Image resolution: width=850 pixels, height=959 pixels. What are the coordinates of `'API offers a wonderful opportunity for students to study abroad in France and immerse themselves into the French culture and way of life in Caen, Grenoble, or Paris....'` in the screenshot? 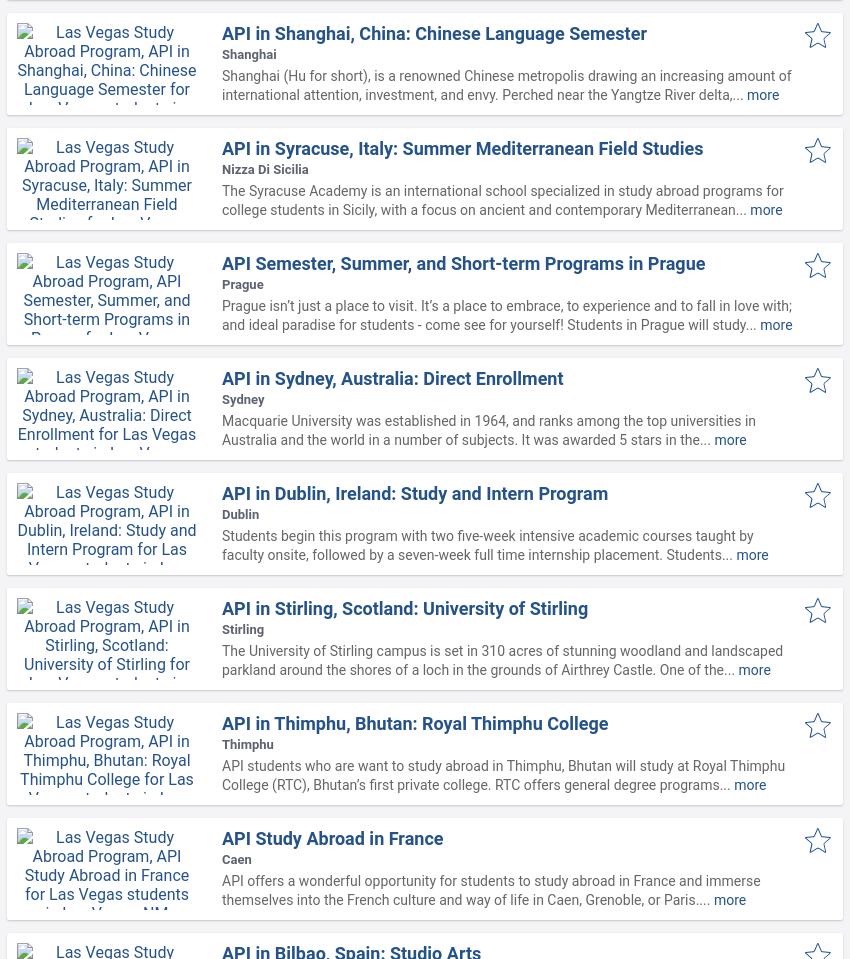 It's located at (490, 889).